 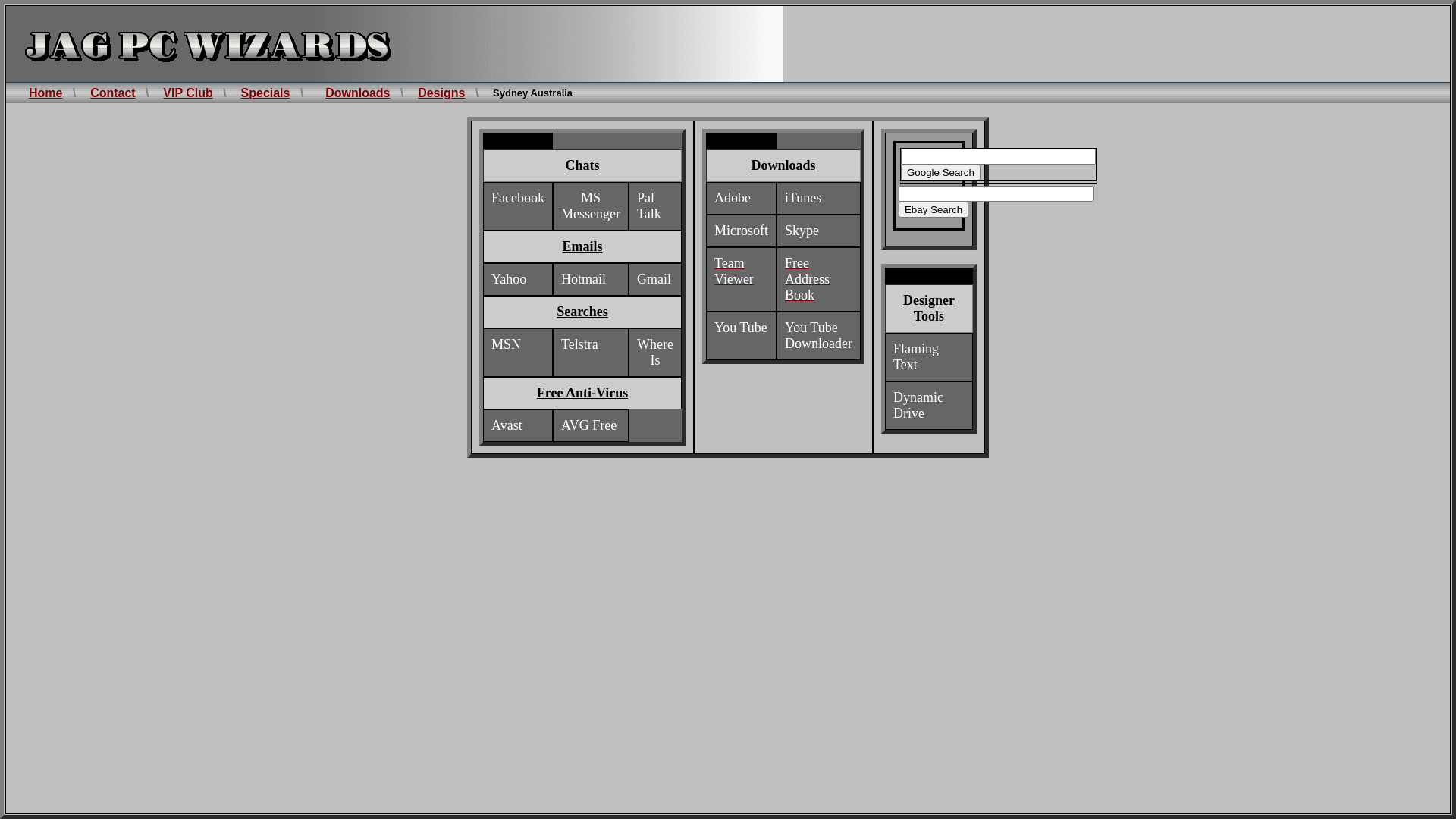 What do you see at coordinates (741, 327) in the screenshot?
I see `'You Tube'` at bounding box center [741, 327].